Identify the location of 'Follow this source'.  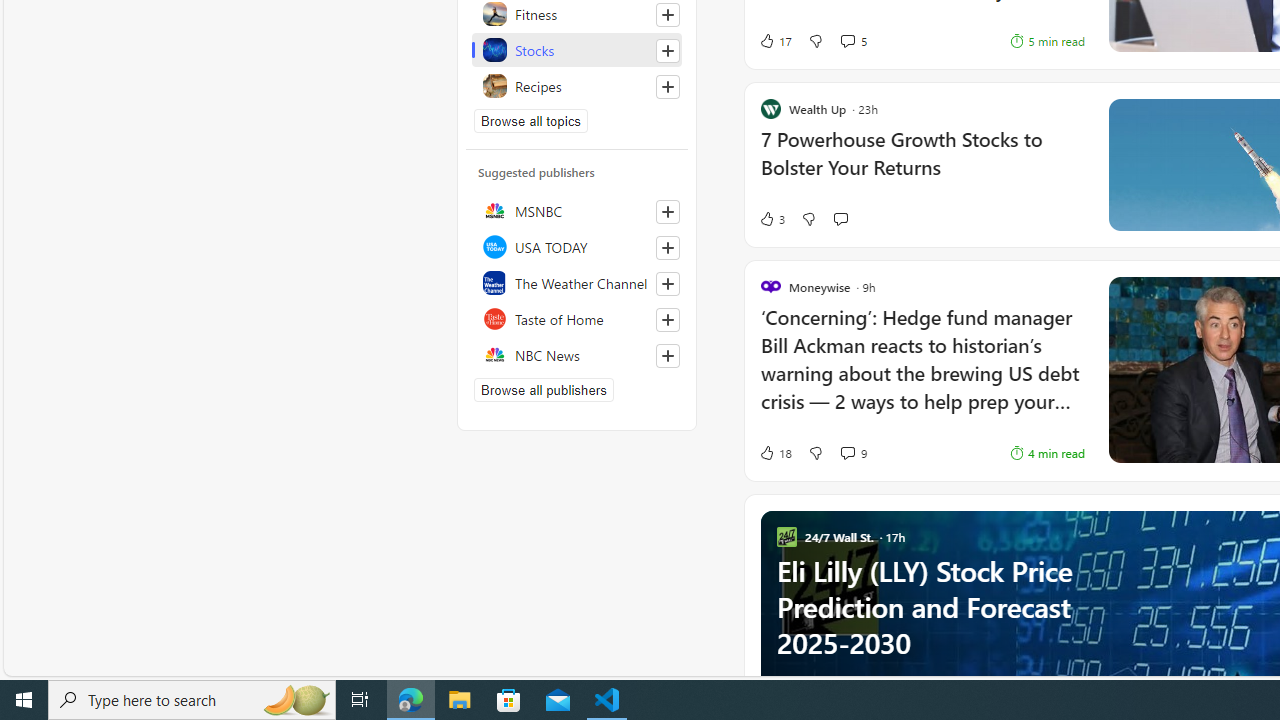
(667, 355).